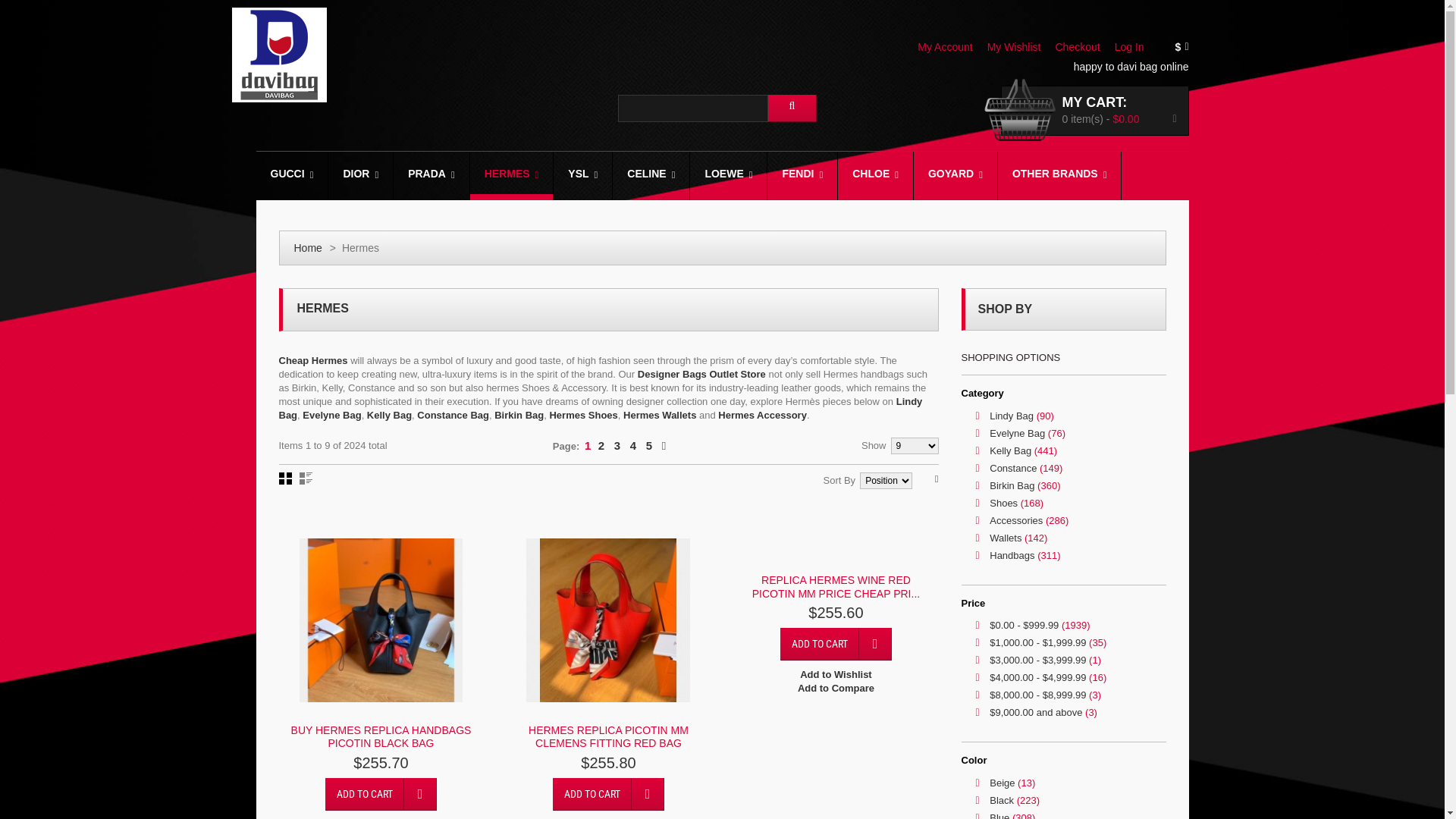  What do you see at coordinates (452, 415) in the screenshot?
I see `'Constance Bag'` at bounding box center [452, 415].